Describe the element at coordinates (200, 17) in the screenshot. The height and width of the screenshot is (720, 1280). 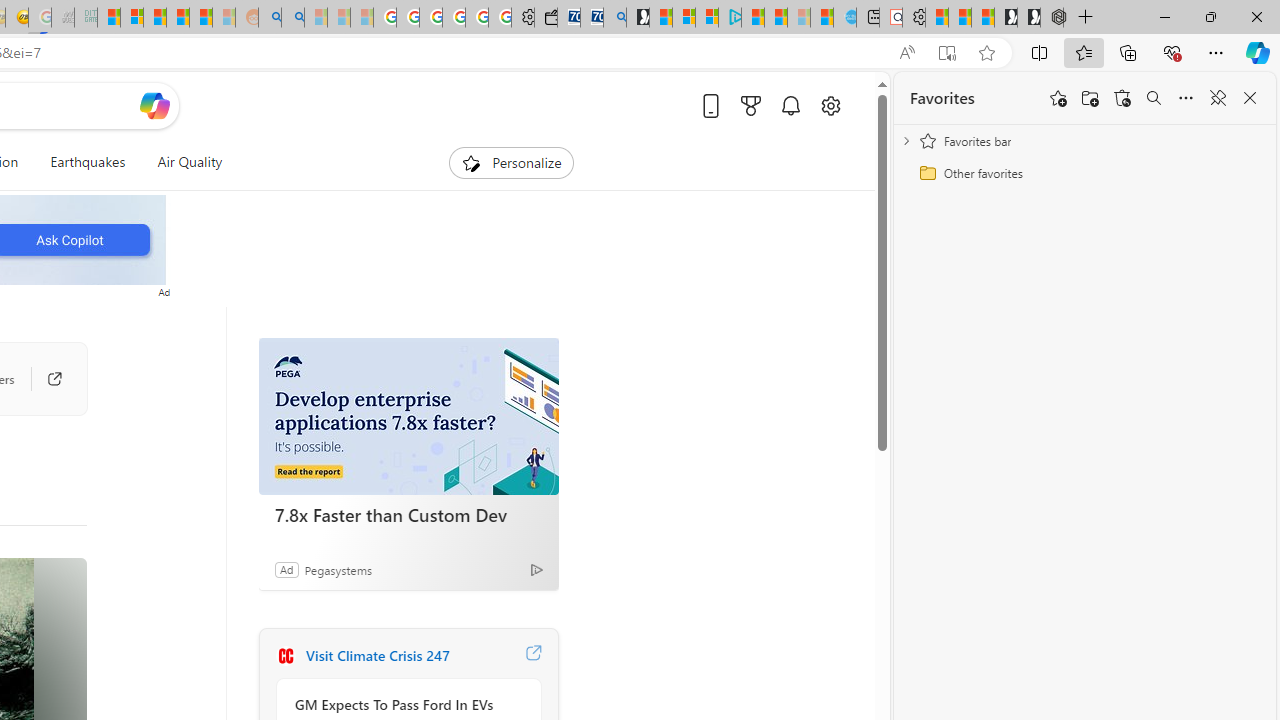
I see `'Student Loan Update: Forgiveness Program Ends This Month'` at that location.